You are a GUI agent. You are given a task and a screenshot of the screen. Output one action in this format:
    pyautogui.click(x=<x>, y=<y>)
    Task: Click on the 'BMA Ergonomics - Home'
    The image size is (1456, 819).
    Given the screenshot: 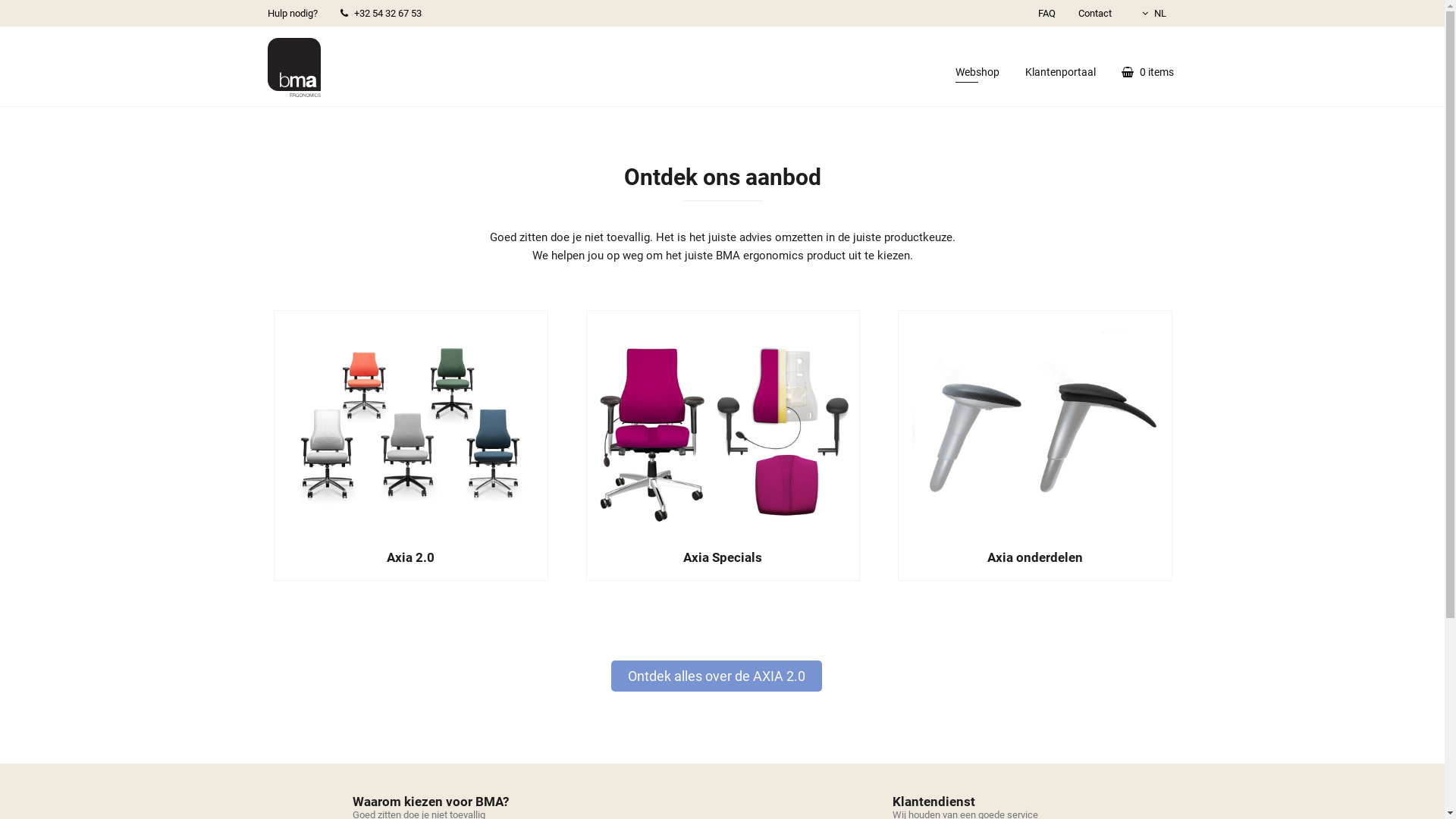 What is the action you would take?
    pyautogui.click(x=293, y=66)
    